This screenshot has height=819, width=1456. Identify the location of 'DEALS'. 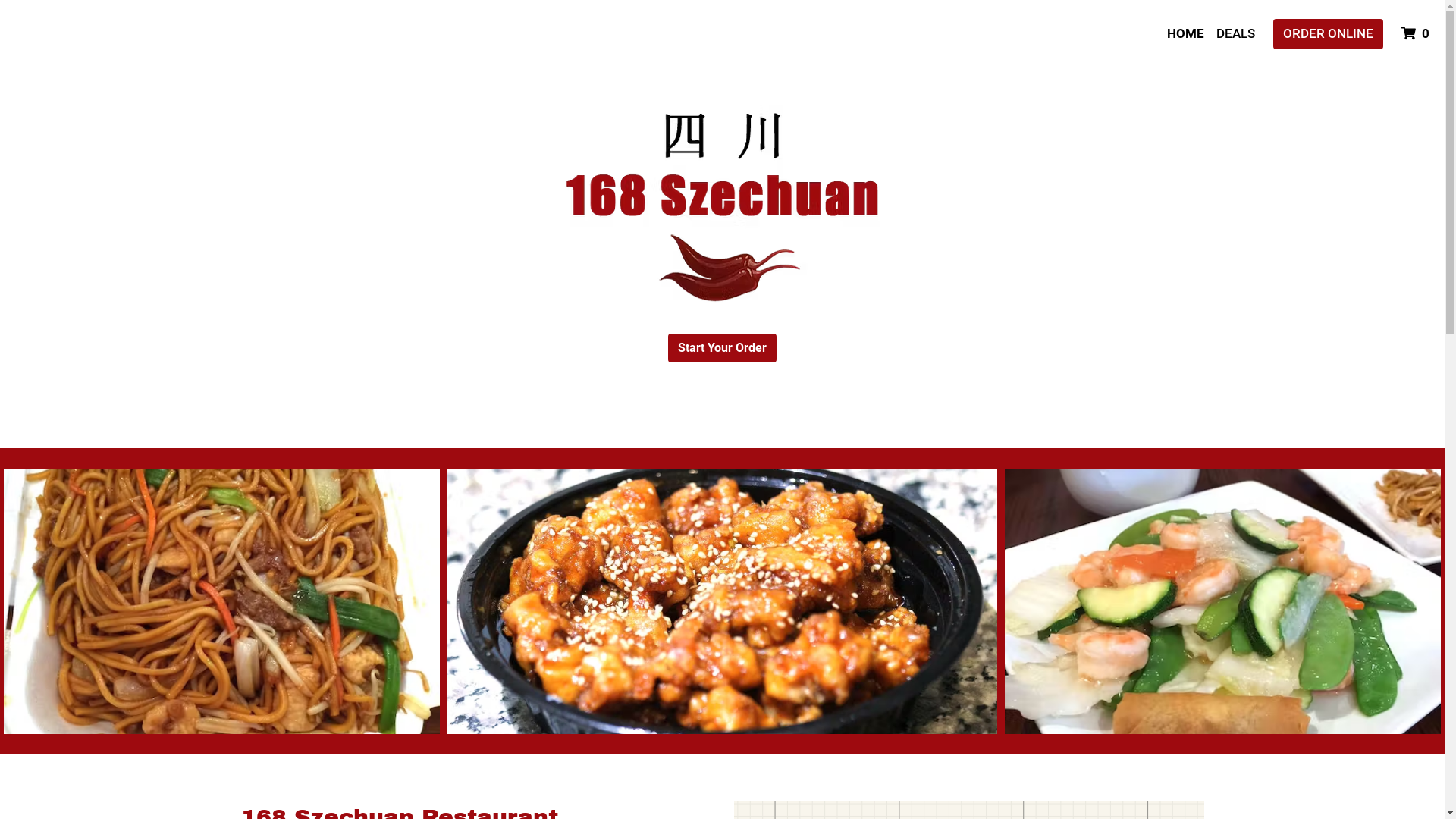
(1235, 34).